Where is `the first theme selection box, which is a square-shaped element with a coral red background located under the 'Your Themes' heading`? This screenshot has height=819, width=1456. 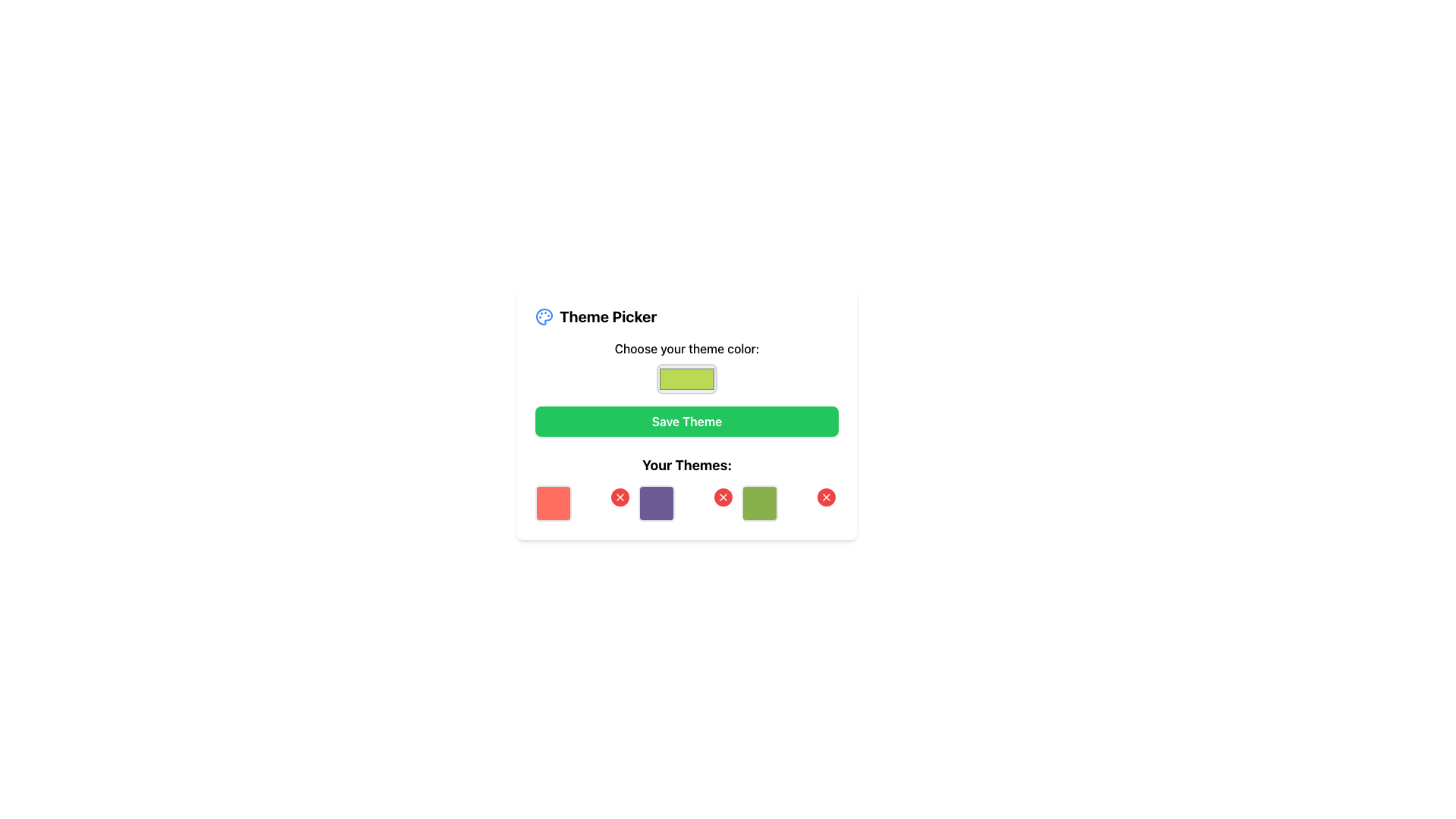 the first theme selection box, which is a square-shaped element with a coral red background located under the 'Your Themes' heading is located at coordinates (552, 503).